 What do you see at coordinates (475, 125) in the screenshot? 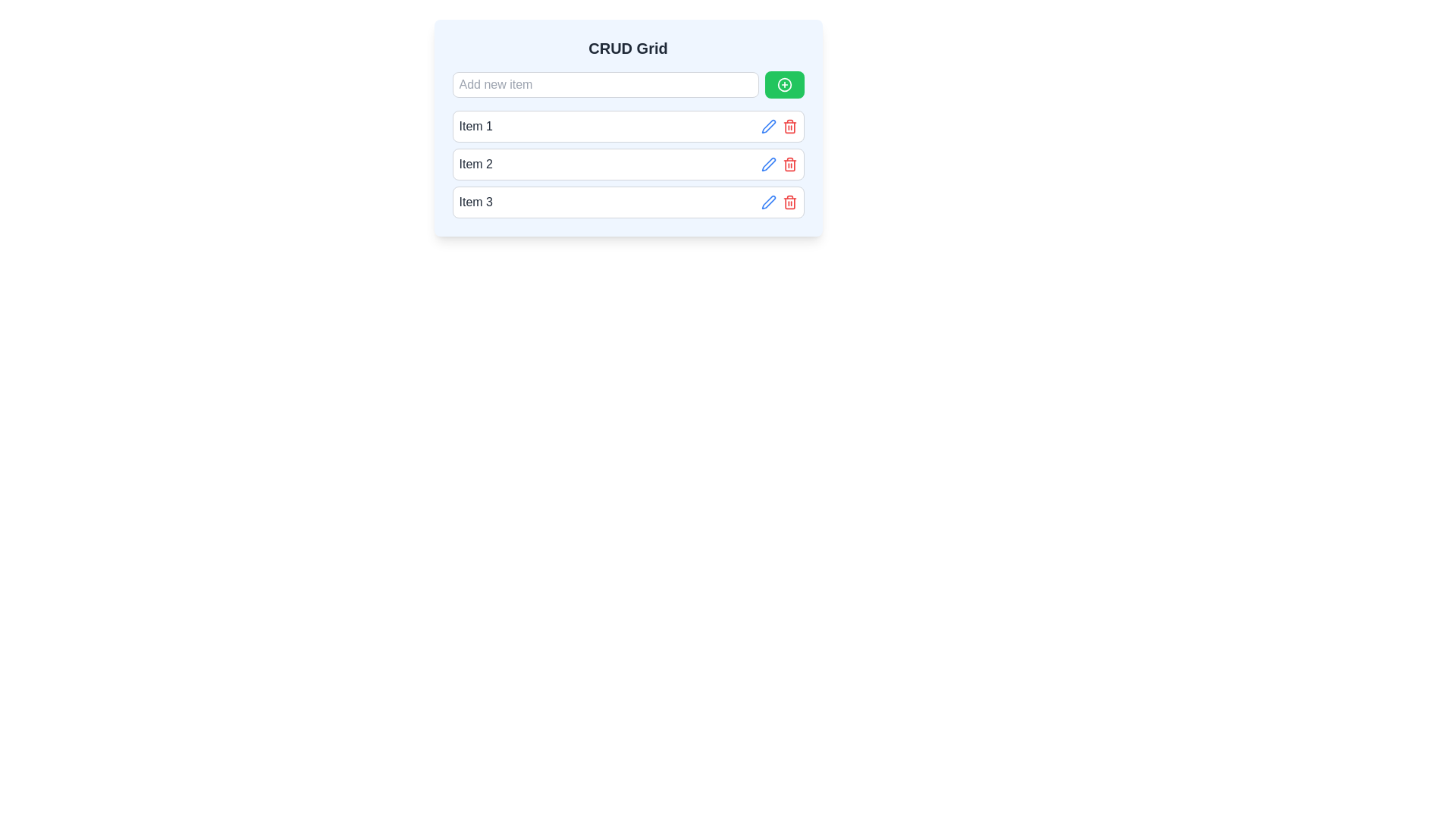
I see `the text label displaying 'Item 1' in a dark gray font, which is the first element in a vertically stacked list under the title 'CRUD Grid'` at bounding box center [475, 125].